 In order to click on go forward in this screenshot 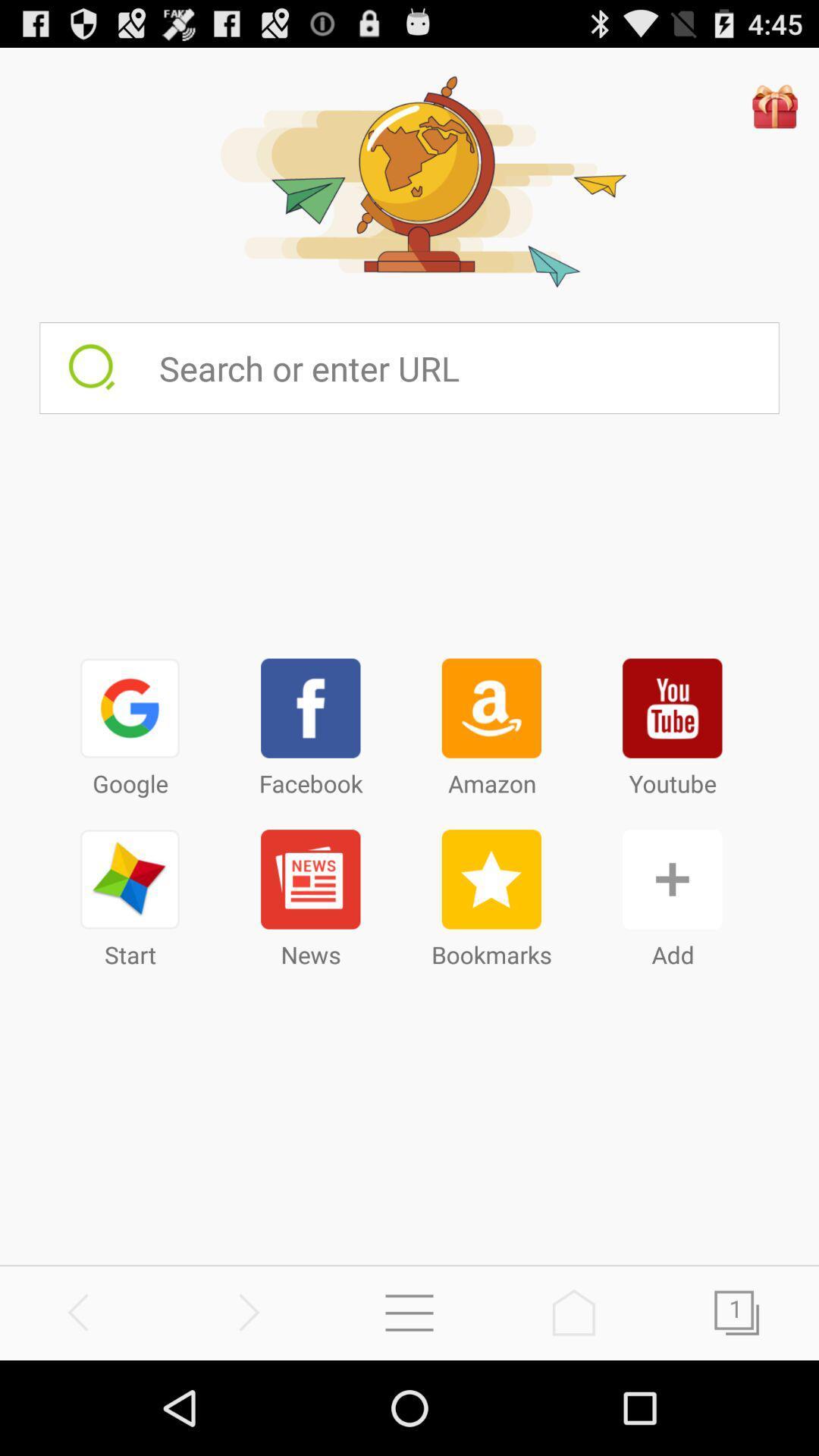, I will do `click(245, 1312)`.